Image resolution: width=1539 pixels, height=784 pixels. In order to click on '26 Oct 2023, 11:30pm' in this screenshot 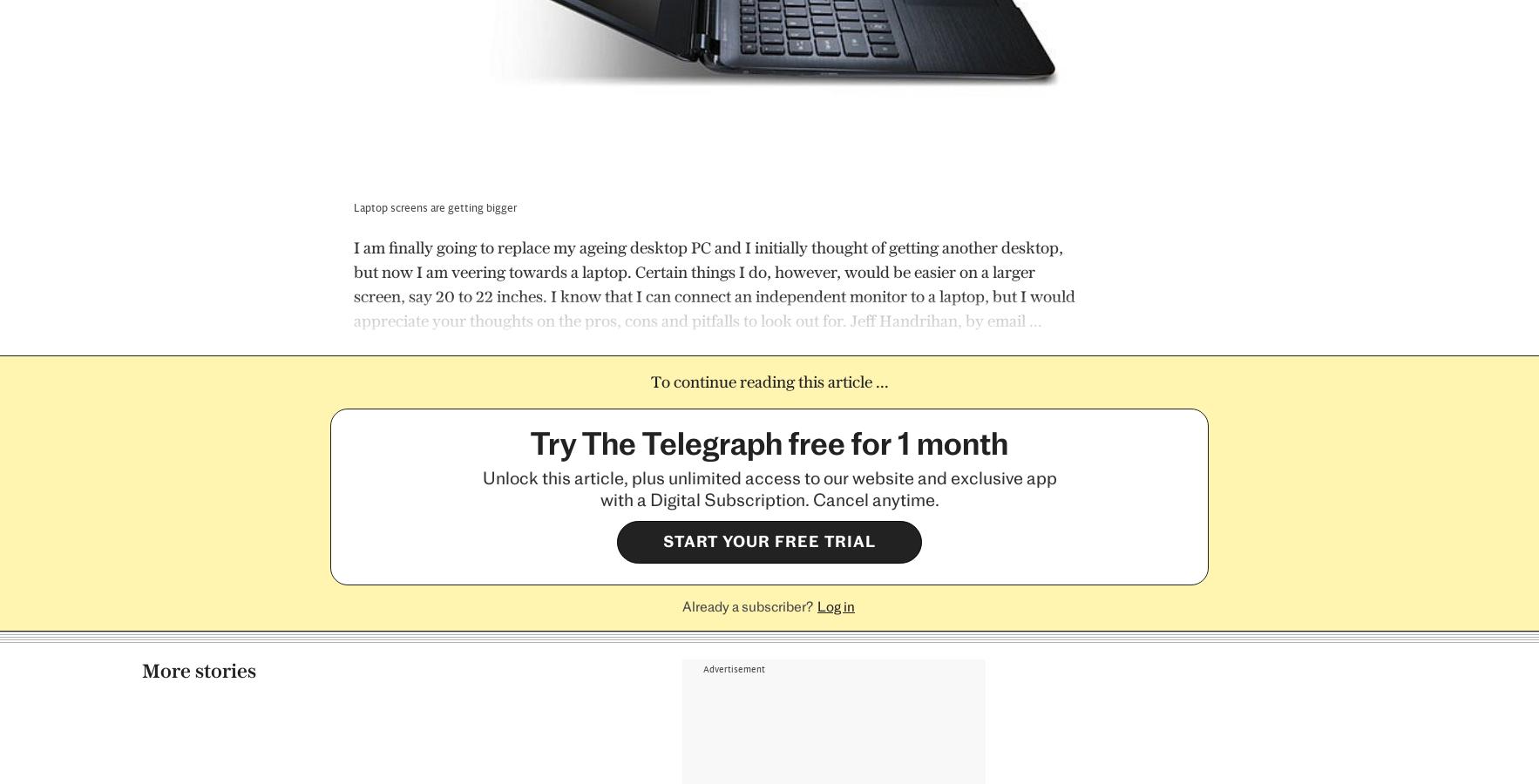, I will do `click(1038, 742)`.